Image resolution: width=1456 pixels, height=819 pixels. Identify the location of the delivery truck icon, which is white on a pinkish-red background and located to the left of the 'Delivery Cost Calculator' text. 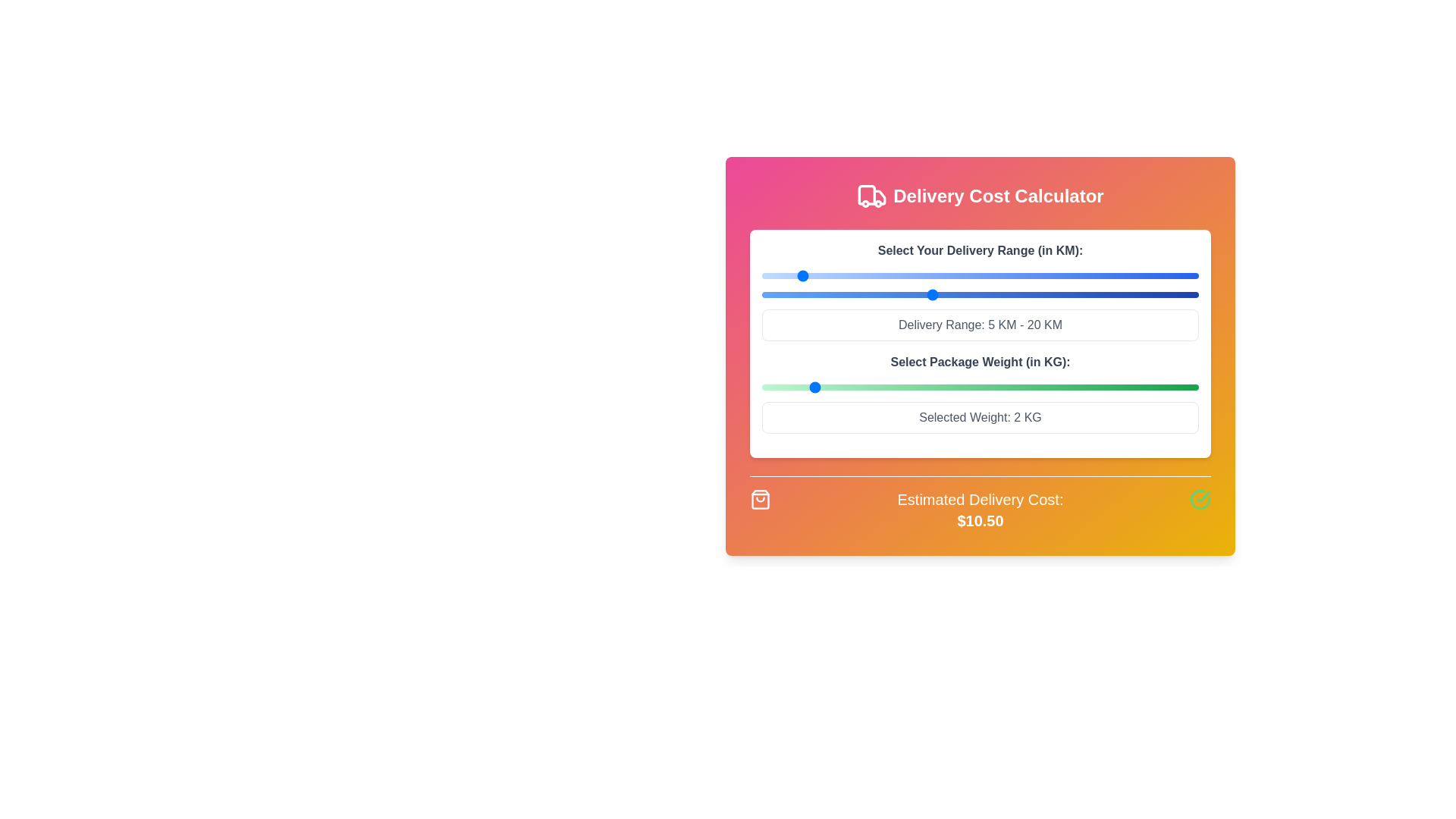
(872, 195).